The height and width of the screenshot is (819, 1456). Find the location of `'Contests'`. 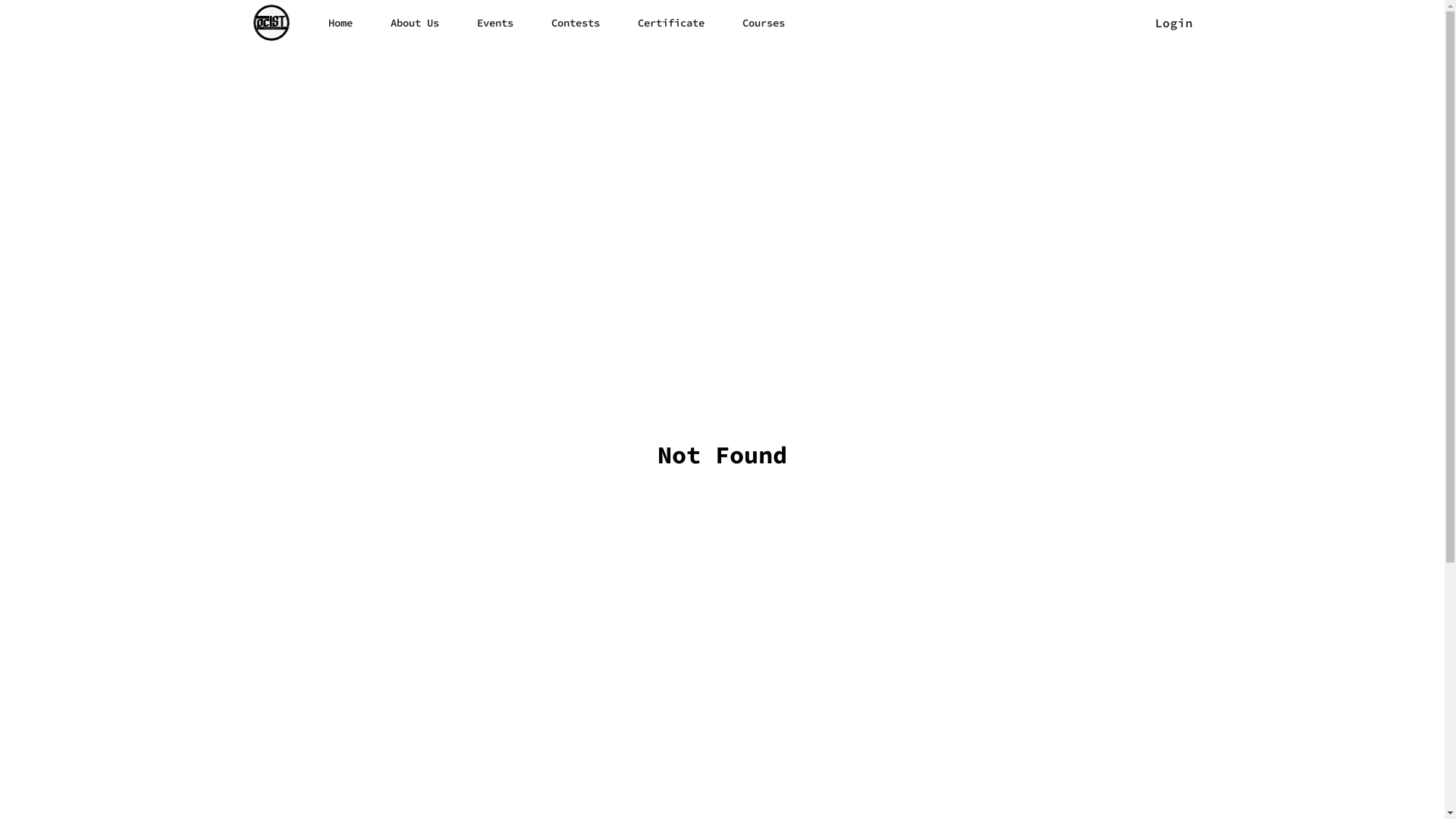

'Contests' is located at coordinates (574, 23).